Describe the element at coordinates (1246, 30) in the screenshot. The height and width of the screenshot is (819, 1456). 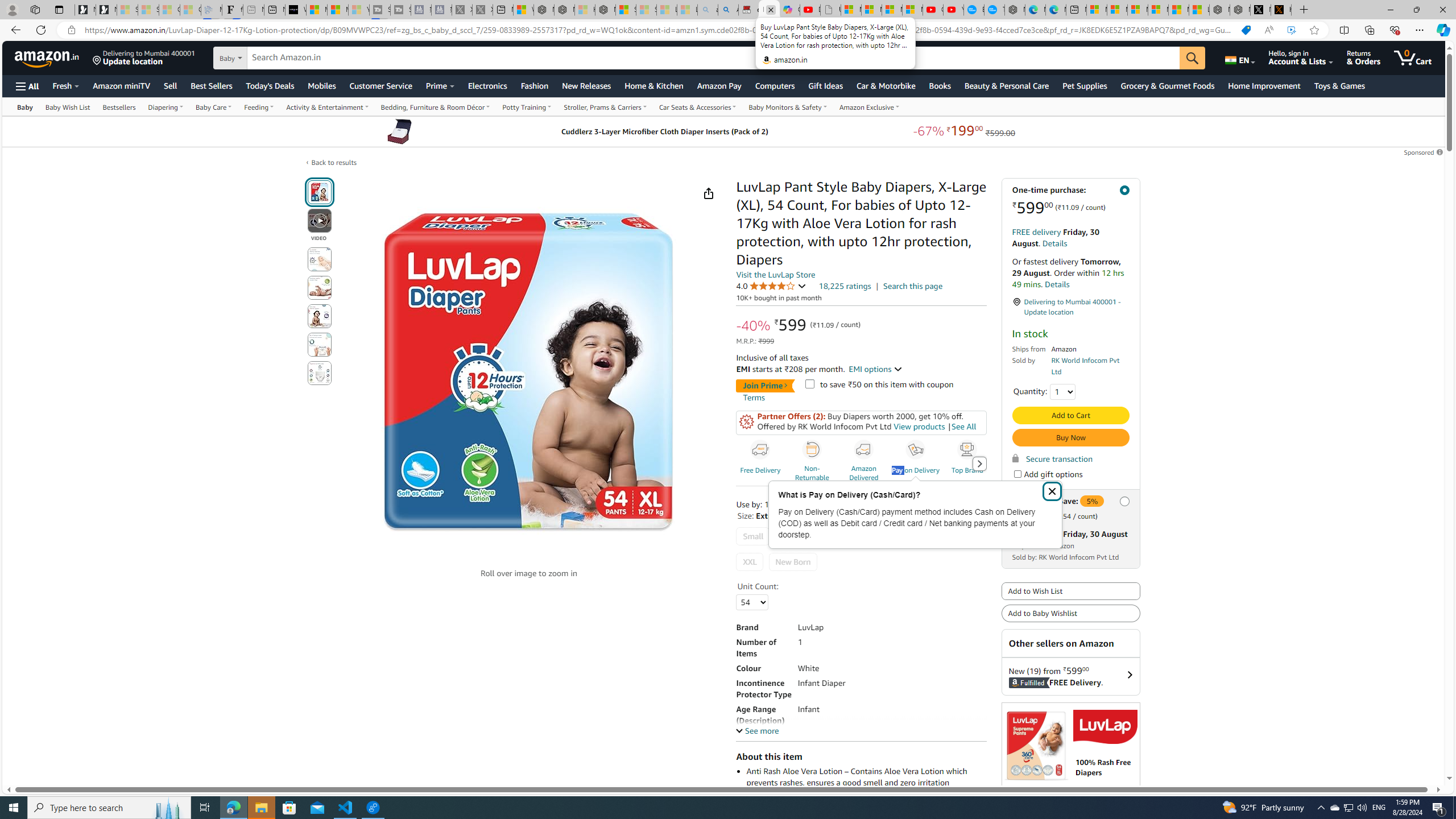
I see `'You have the best price! Shopping in Microsoft Edge'` at that location.